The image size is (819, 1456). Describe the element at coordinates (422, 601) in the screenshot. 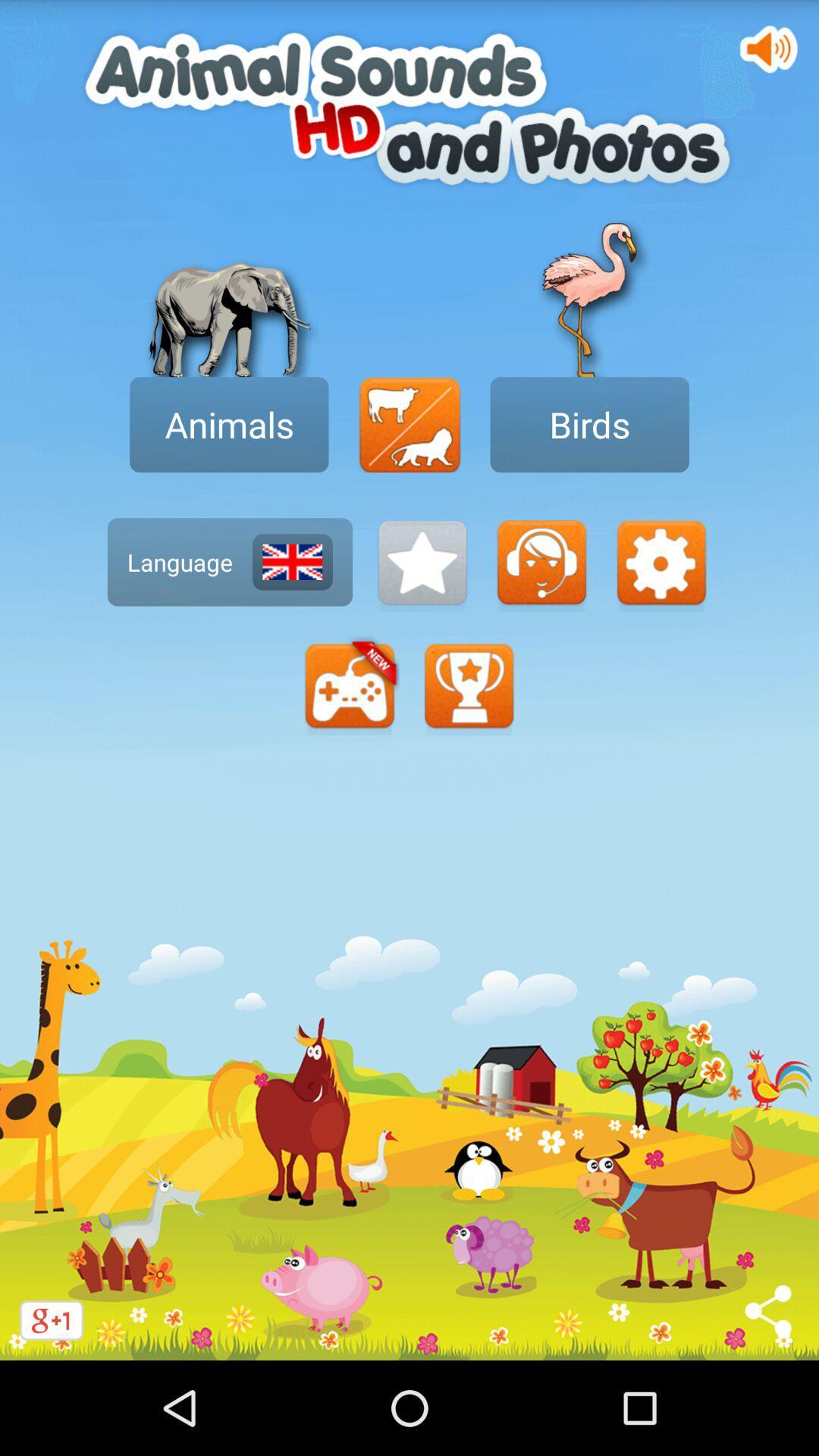

I see `the star icon` at that location.